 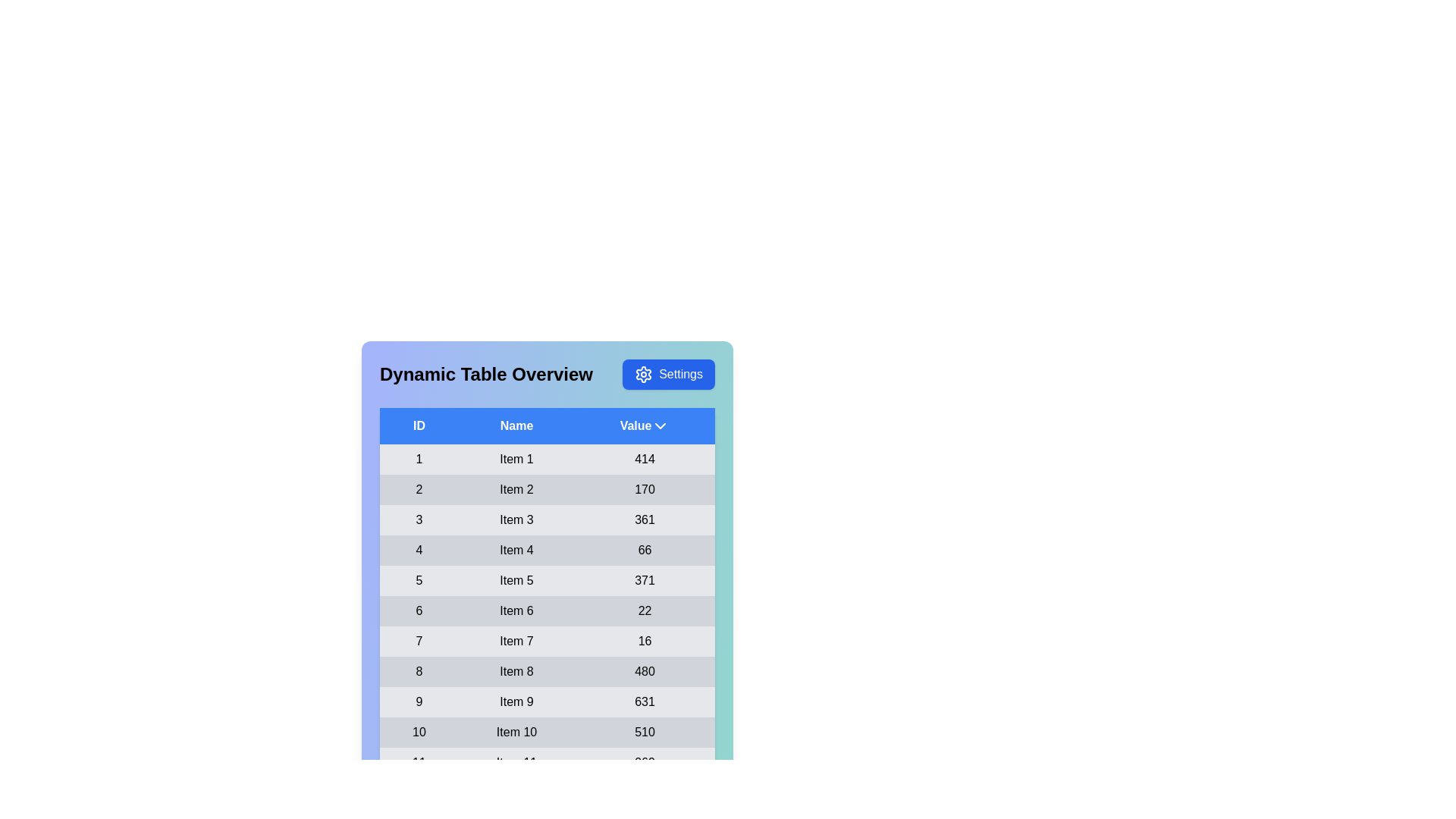 I want to click on the settings button to open the settings menu, so click(x=668, y=374).